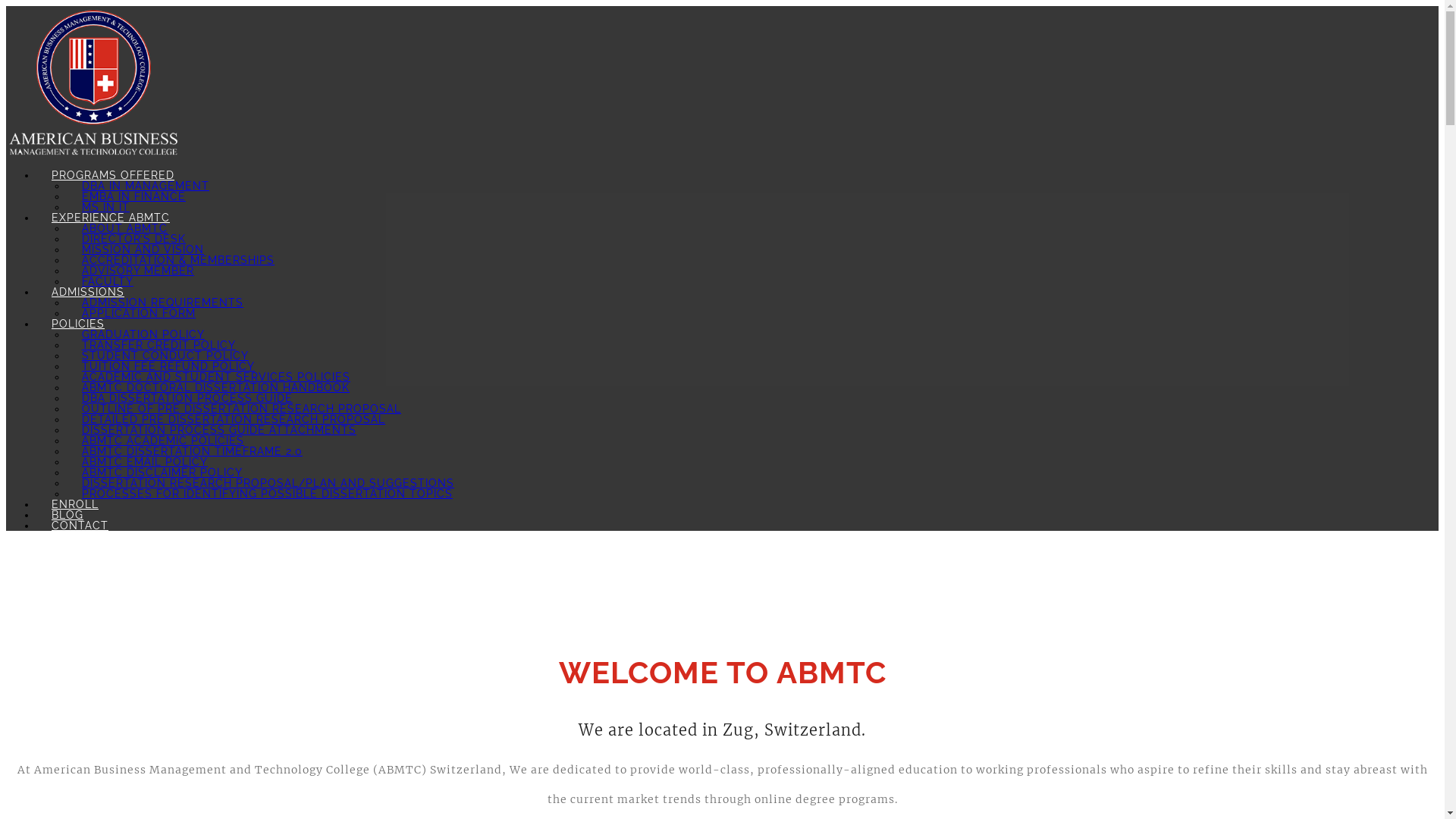  Describe the element at coordinates (67, 513) in the screenshot. I see `'BLOG'` at that location.